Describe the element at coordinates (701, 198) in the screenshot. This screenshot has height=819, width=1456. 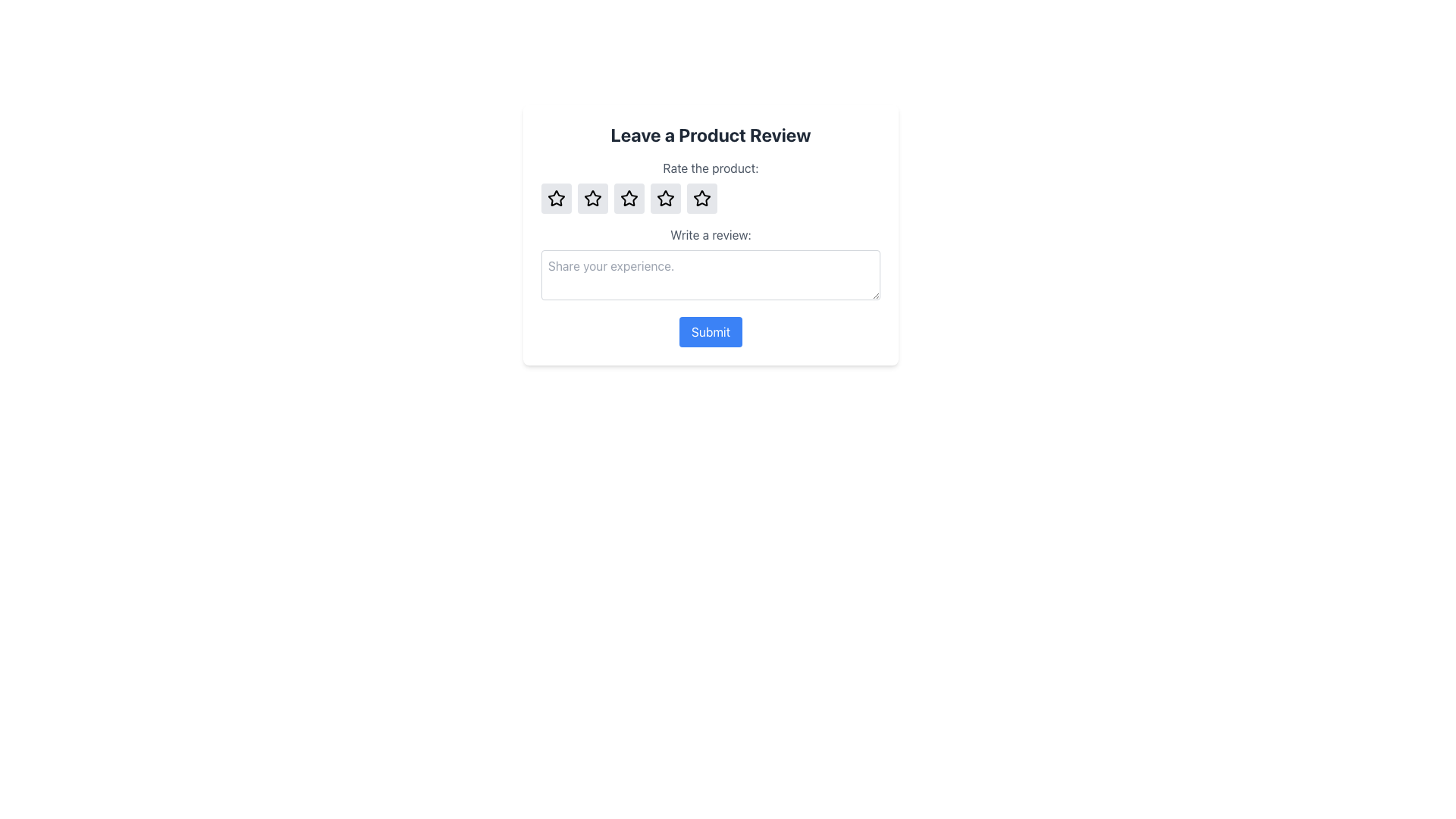
I see `the fourth star rating button located beneath the 'Rate the product' text in the 'Leave a Product Review' section` at that location.